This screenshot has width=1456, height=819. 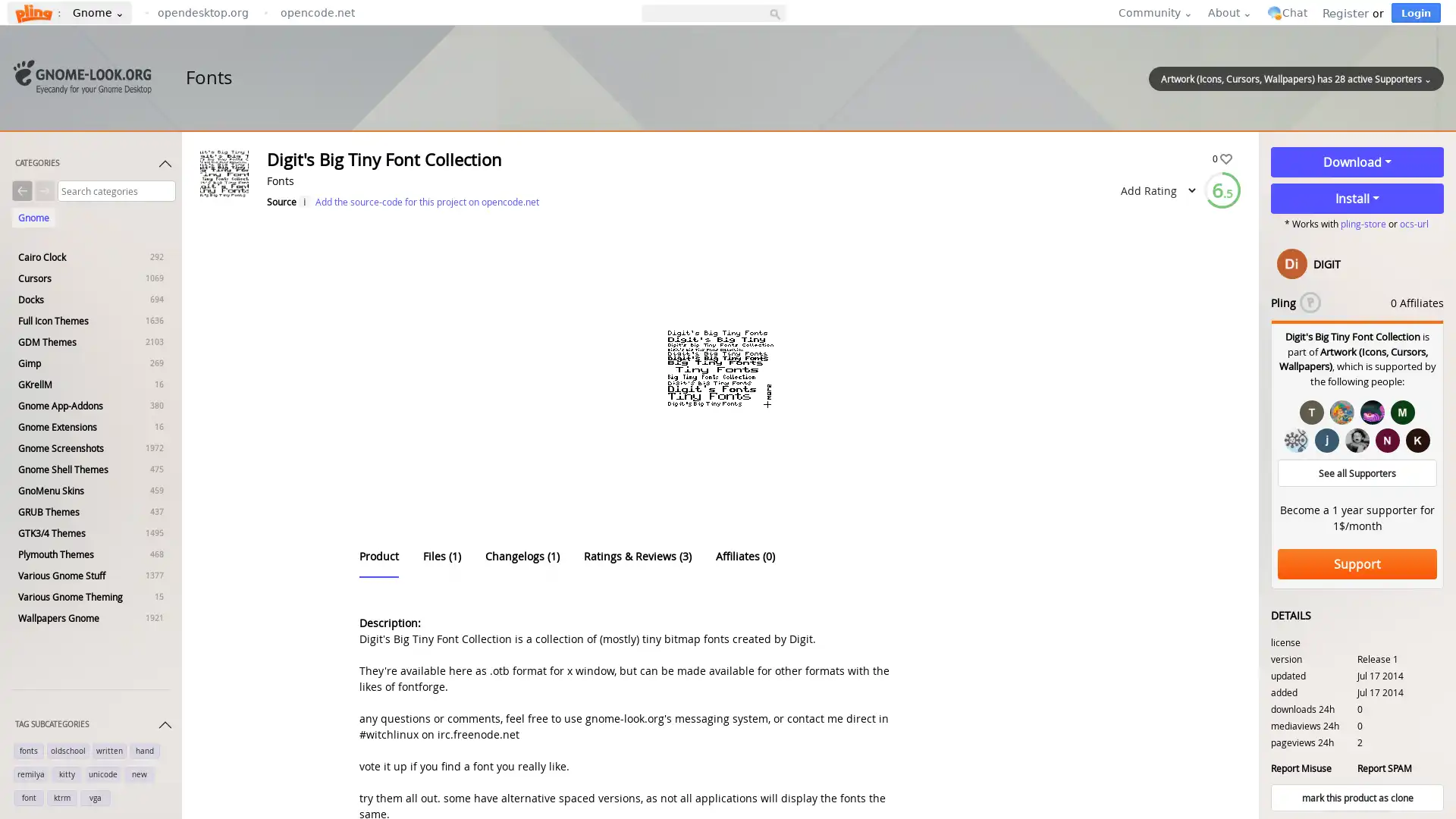 What do you see at coordinates (1357, 797) in the screenshot?
I see `mark this product as clone` at bounding box center [1357, 797].